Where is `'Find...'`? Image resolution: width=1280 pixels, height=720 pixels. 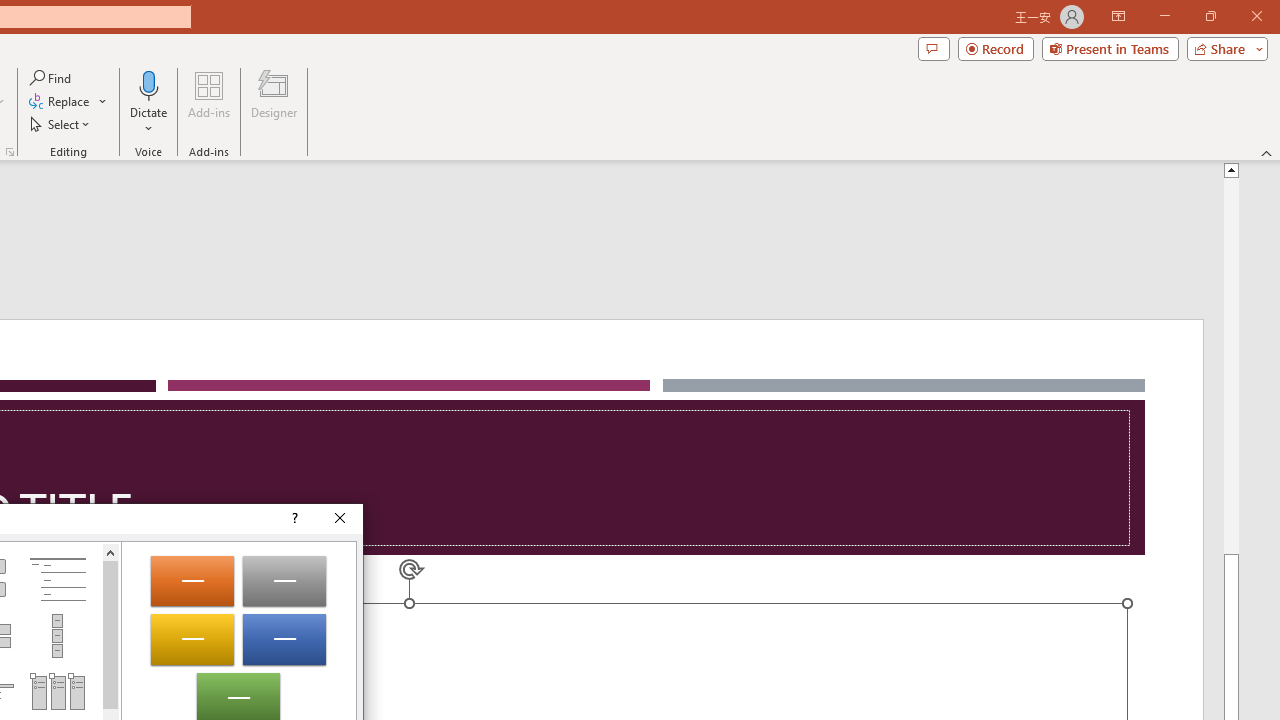
'Find...' is located at coordinates (51, 77).